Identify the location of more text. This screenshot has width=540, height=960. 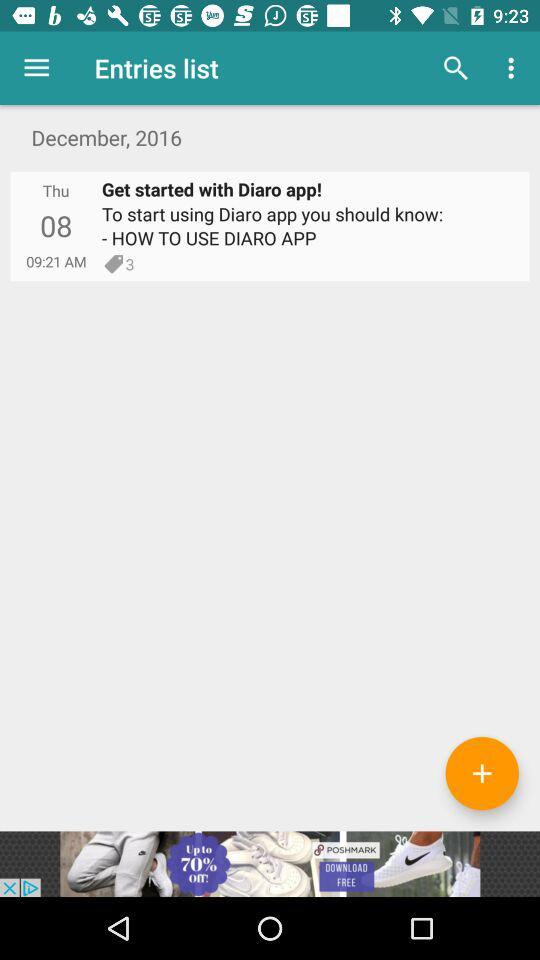
(481, 772).